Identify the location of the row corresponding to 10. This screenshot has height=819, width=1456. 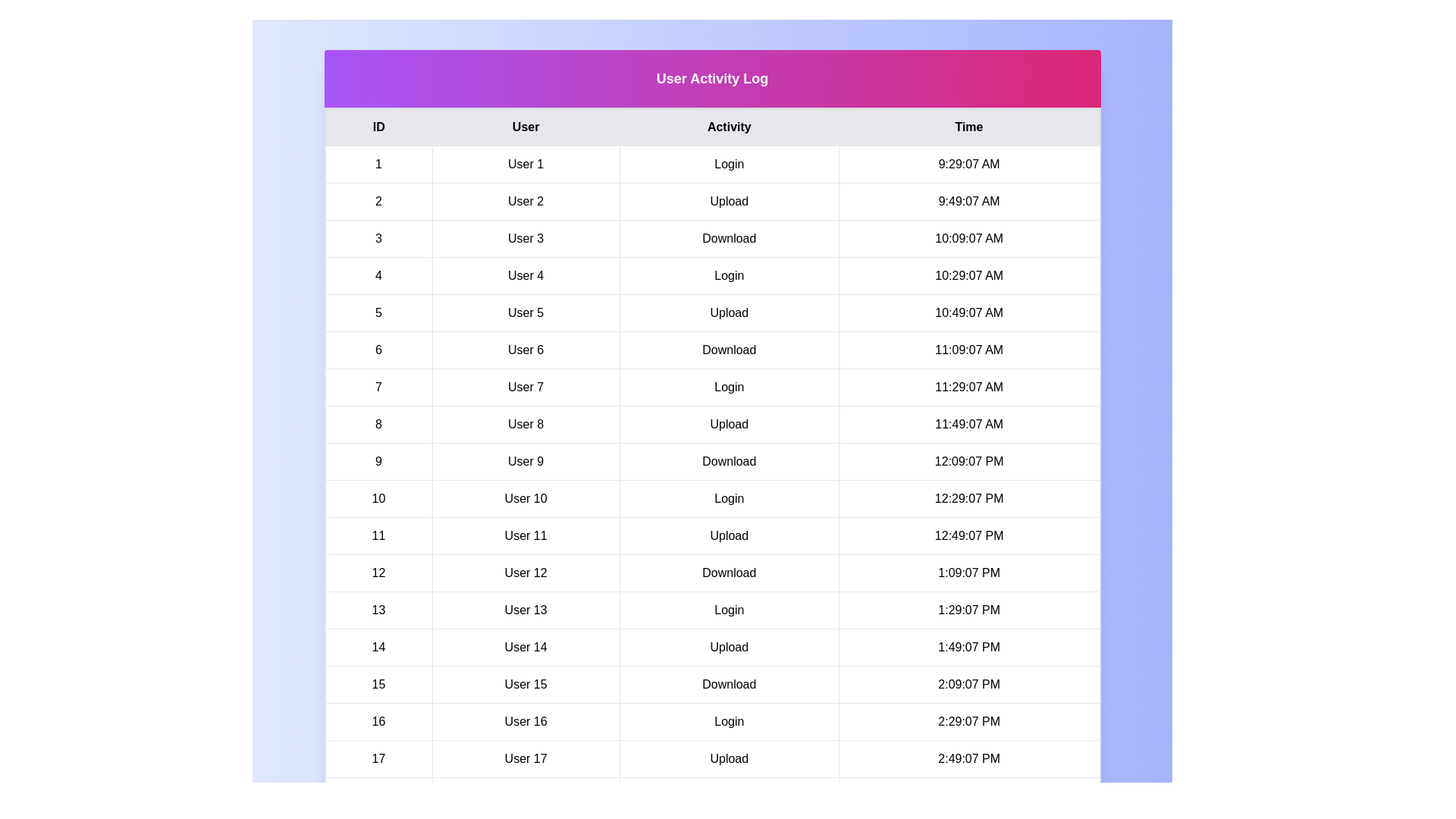
(711, 499).